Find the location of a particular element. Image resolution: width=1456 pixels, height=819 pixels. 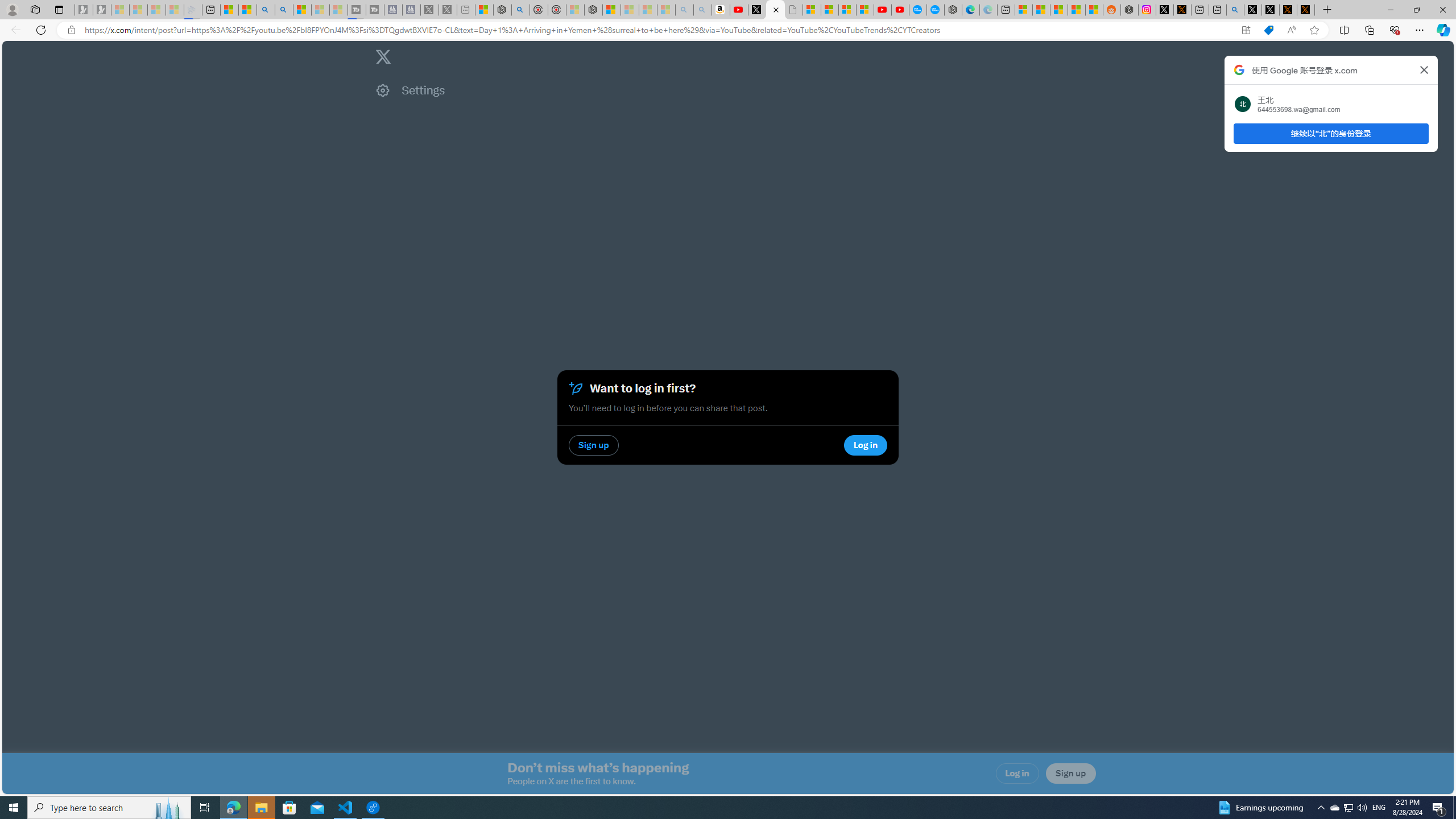

'Restore' is located at coordinates (1416, 9).